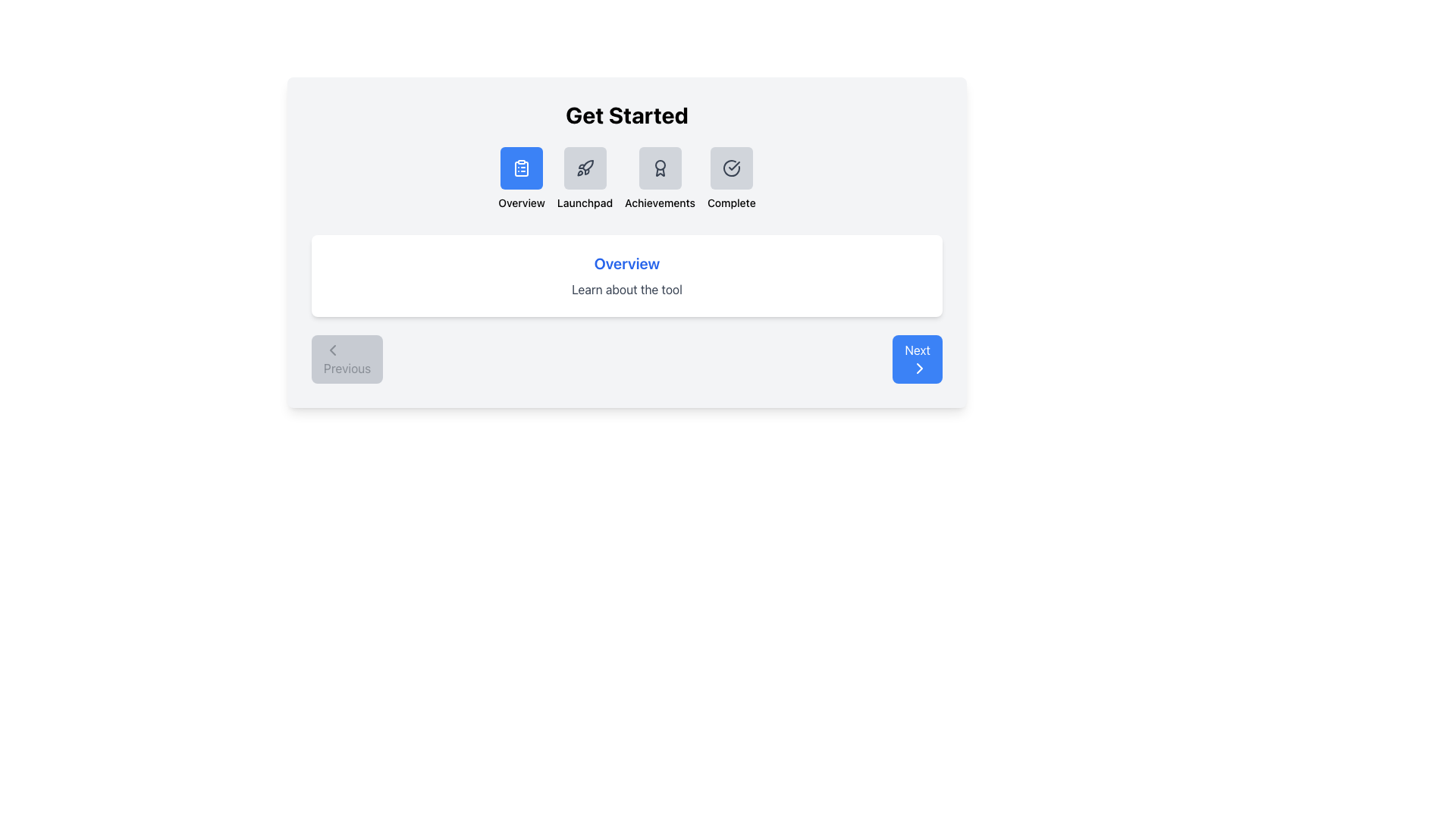  I want to click on the second button from the left in the row under the 'Get Started' title, which has a gray background and a rocket icon in the center, so click(584, 168).